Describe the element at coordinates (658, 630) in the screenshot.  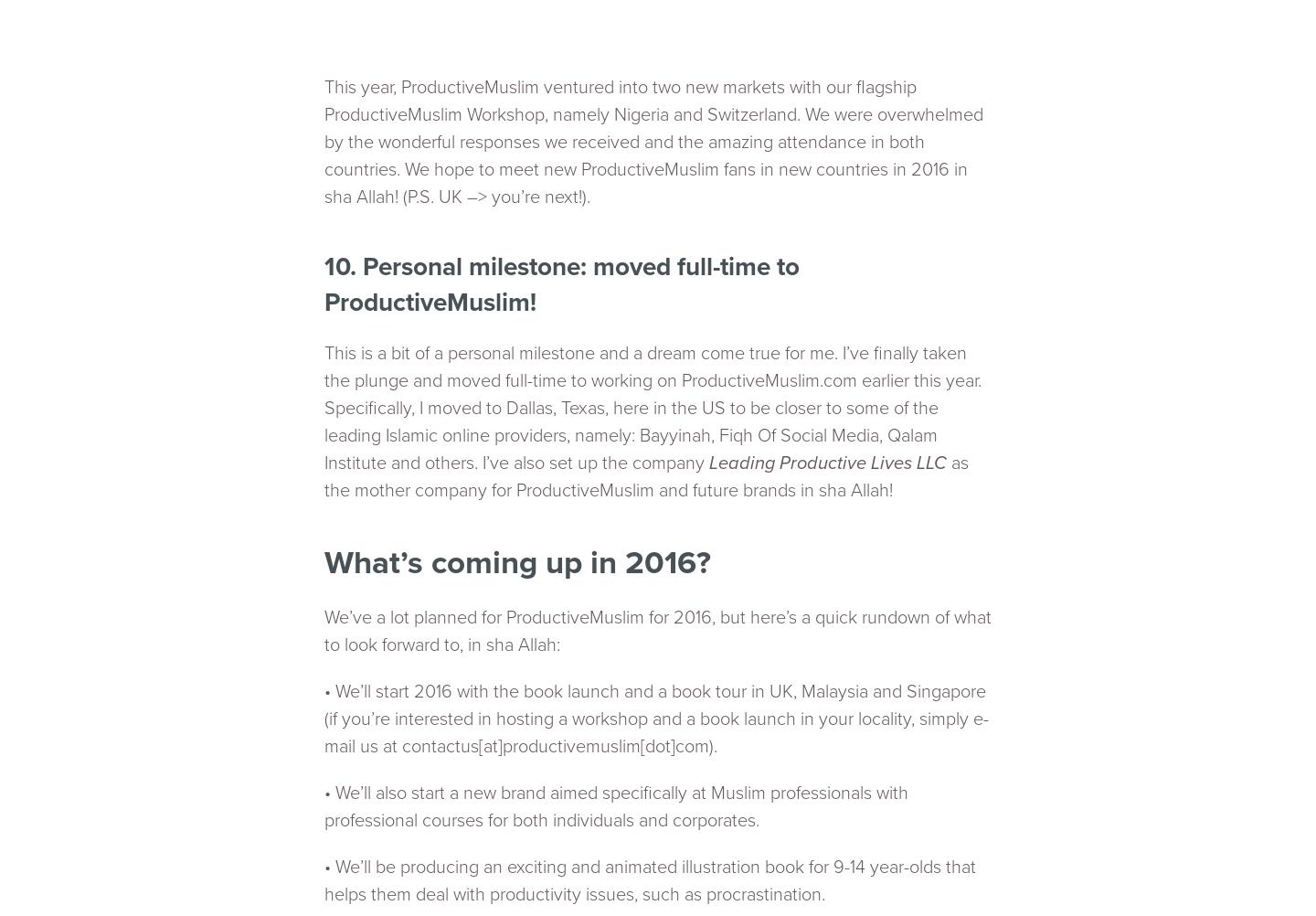
I see `'We’ve a lot planned for ProductiveMuslim for 2016, but here’s a quick rundown of what to look forward to, in sha Allah:'` at that location.